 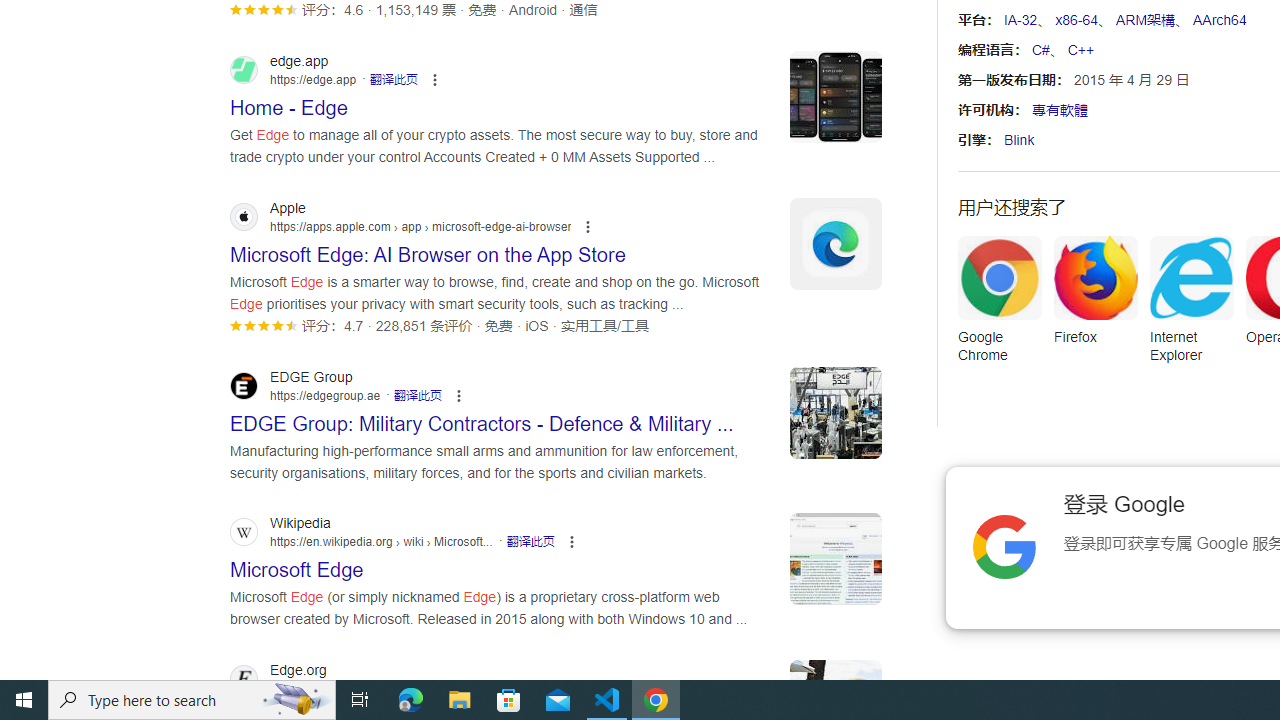 What do you see at coordinates (1218, 20) in the screenshot?
I see `'AArch64'` at bounding box center [1218, 20].